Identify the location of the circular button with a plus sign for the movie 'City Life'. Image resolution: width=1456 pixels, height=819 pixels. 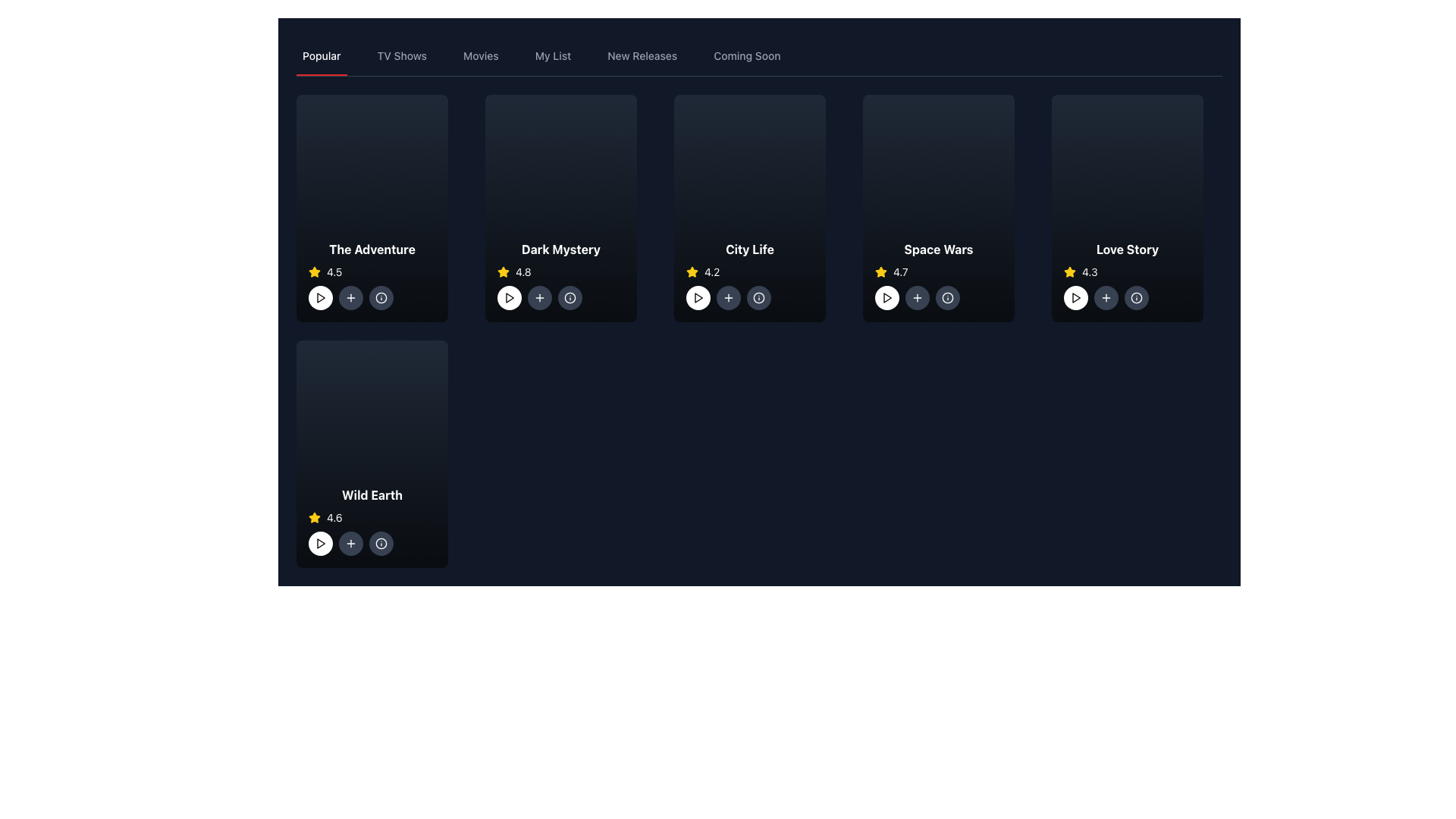
(728, 298).